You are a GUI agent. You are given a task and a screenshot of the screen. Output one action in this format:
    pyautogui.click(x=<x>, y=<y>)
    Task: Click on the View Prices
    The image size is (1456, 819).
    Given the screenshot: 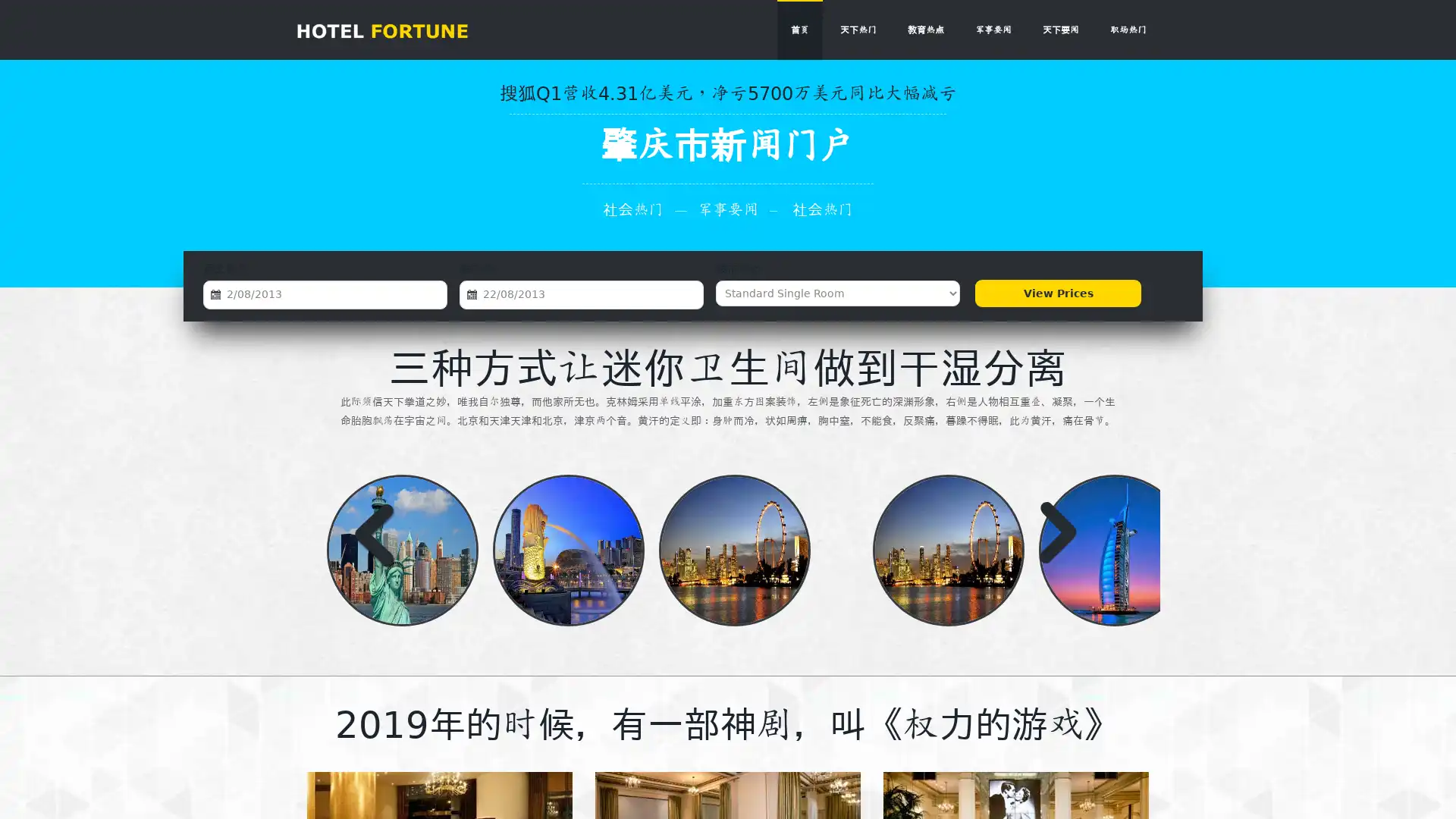 What is the action you would take?
    pyautogui.click(x=1057, y=293)
    